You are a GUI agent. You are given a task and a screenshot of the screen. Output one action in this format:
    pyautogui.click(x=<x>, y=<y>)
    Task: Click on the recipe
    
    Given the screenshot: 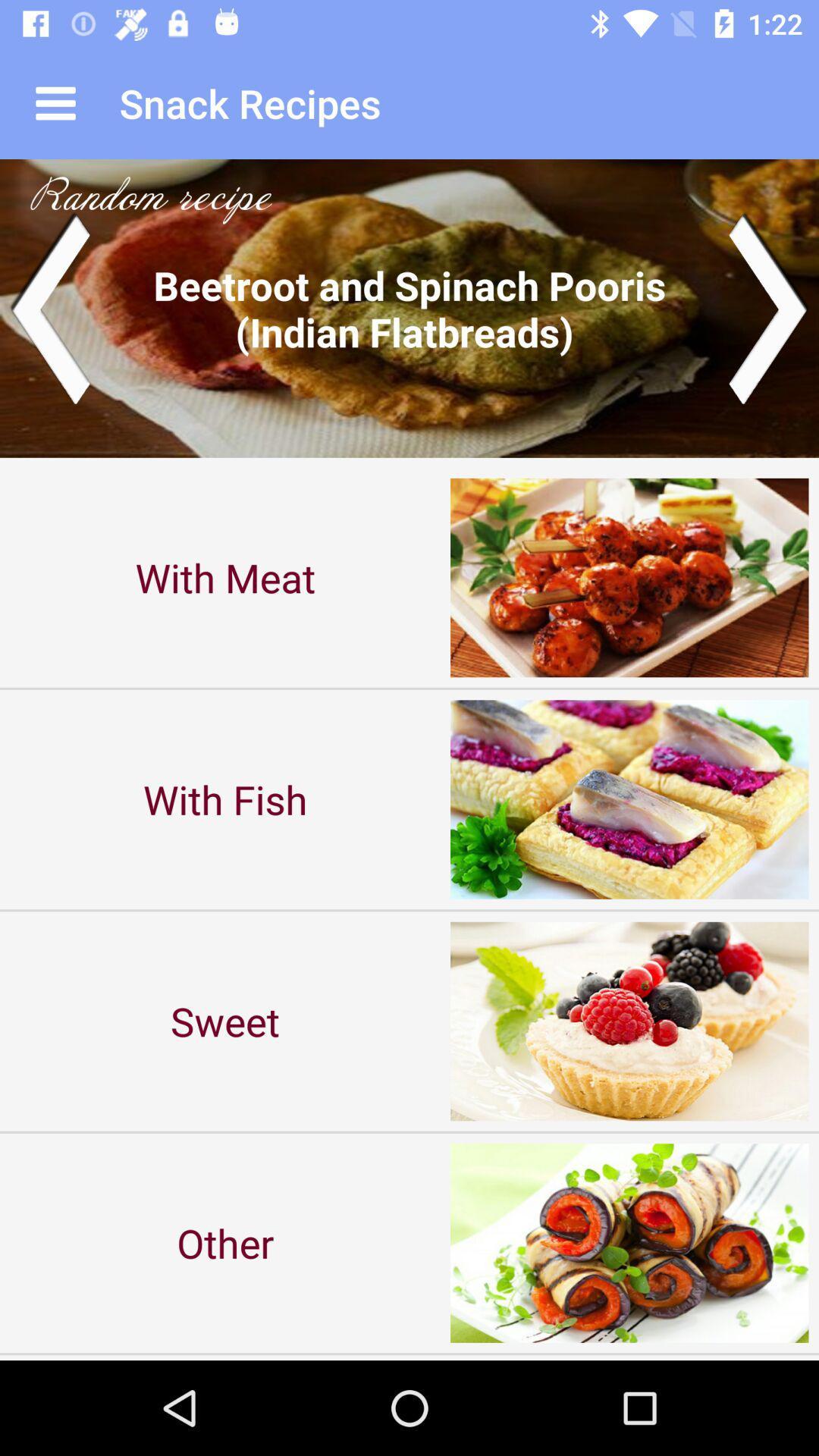 What is the action you would take?
    pyautogui.click(x=409, y=307)
    